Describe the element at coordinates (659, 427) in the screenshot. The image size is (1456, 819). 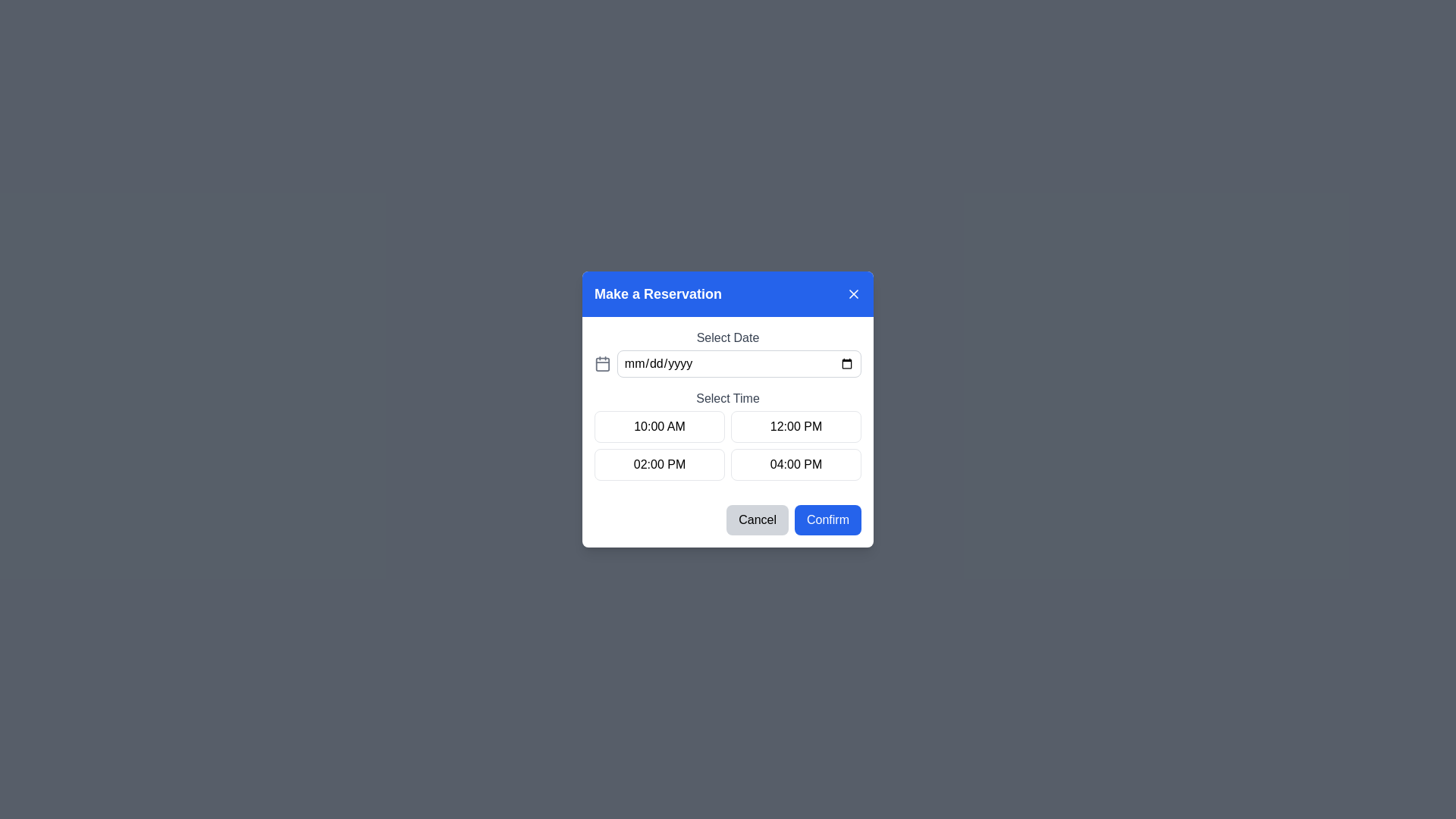
I see `the first time selection button labeled '10:00 AM' located in the first row and first column of the time-selection grid` at that location.